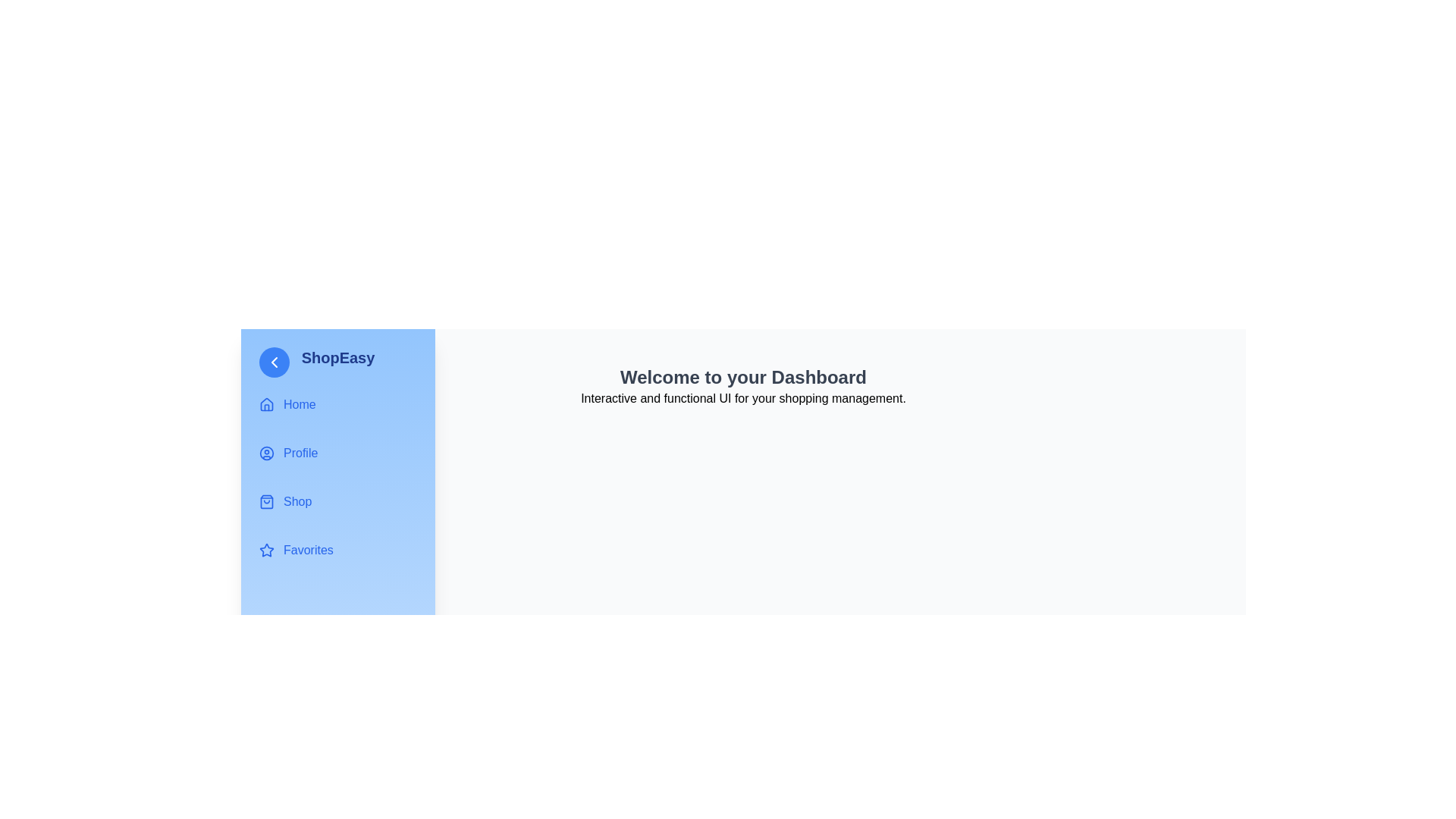 The image size is (1456, 819). What do you see at coordinates (337, 476) in the screenshot?
I see `the individual menu item in the ShopEasy navigation menu` at bounding box center [337, 476].